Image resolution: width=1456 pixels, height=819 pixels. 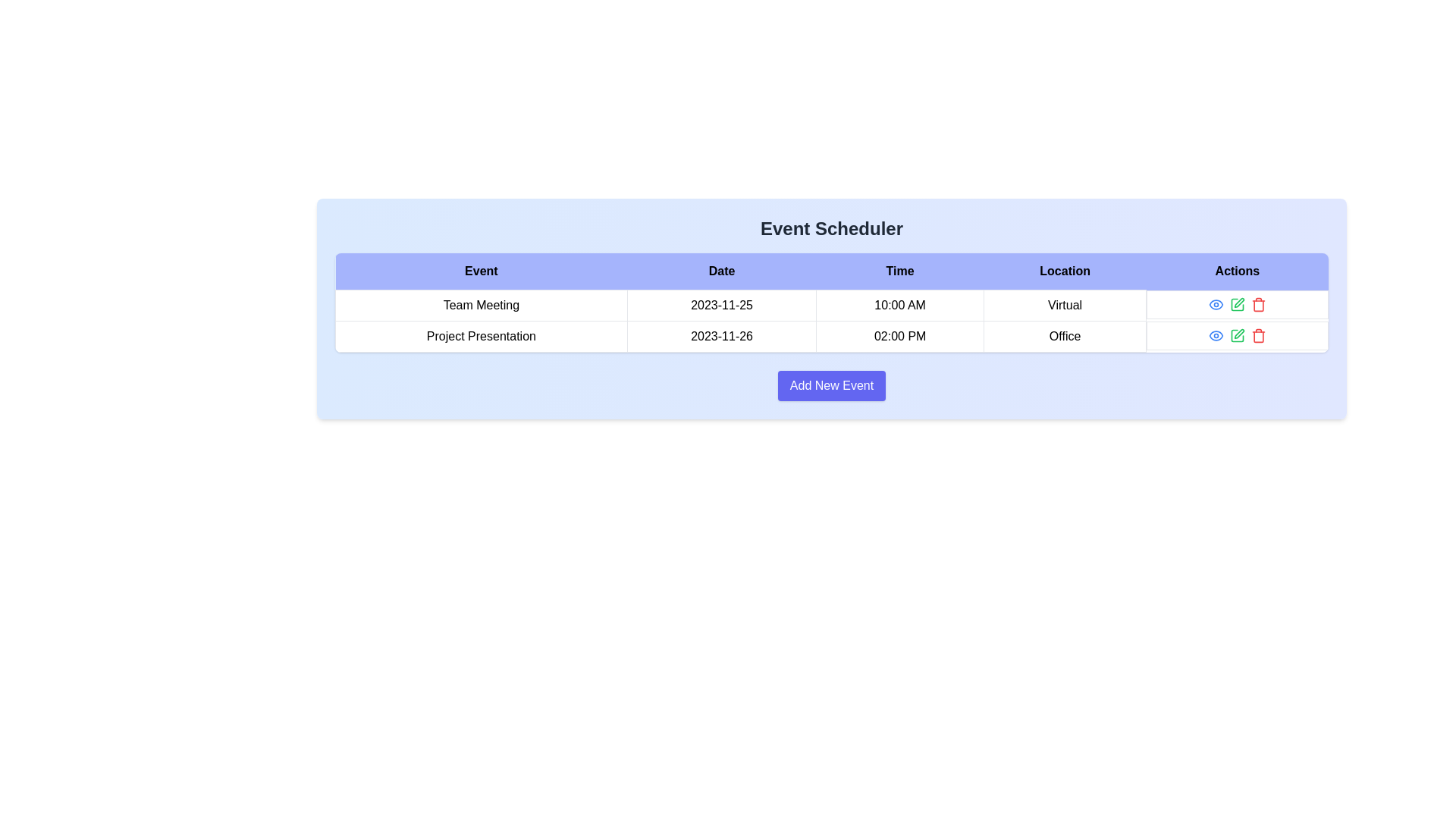 What do you see at coordinates (1238, 304) in the screenshot?
I see `the edit button located in the Actions column of the second row in the table to initiate the edit action` at bounding box center [1238, 304].